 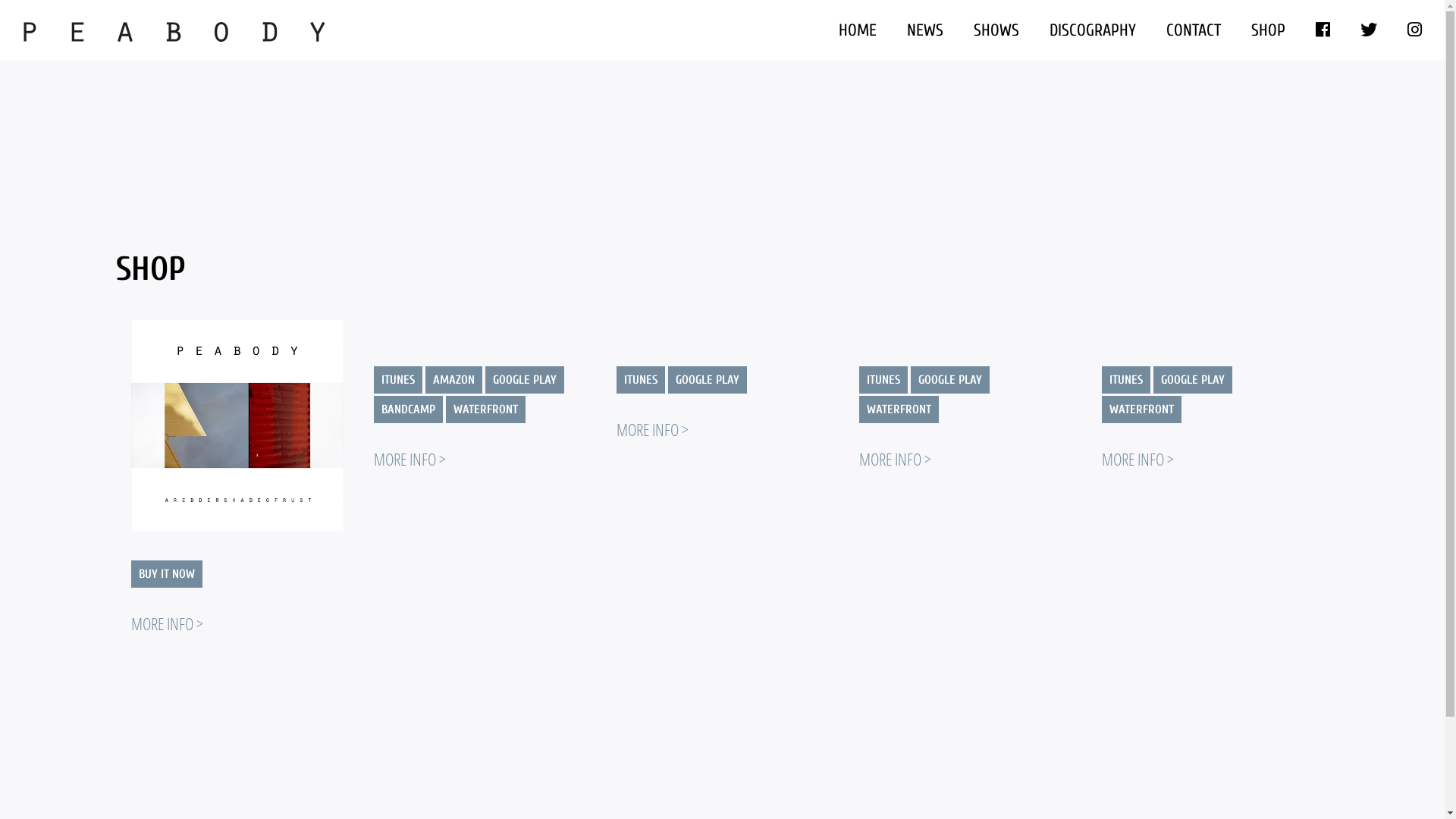 I want to click on 'GOOGLE PLAY', so click(x=705, y=379).